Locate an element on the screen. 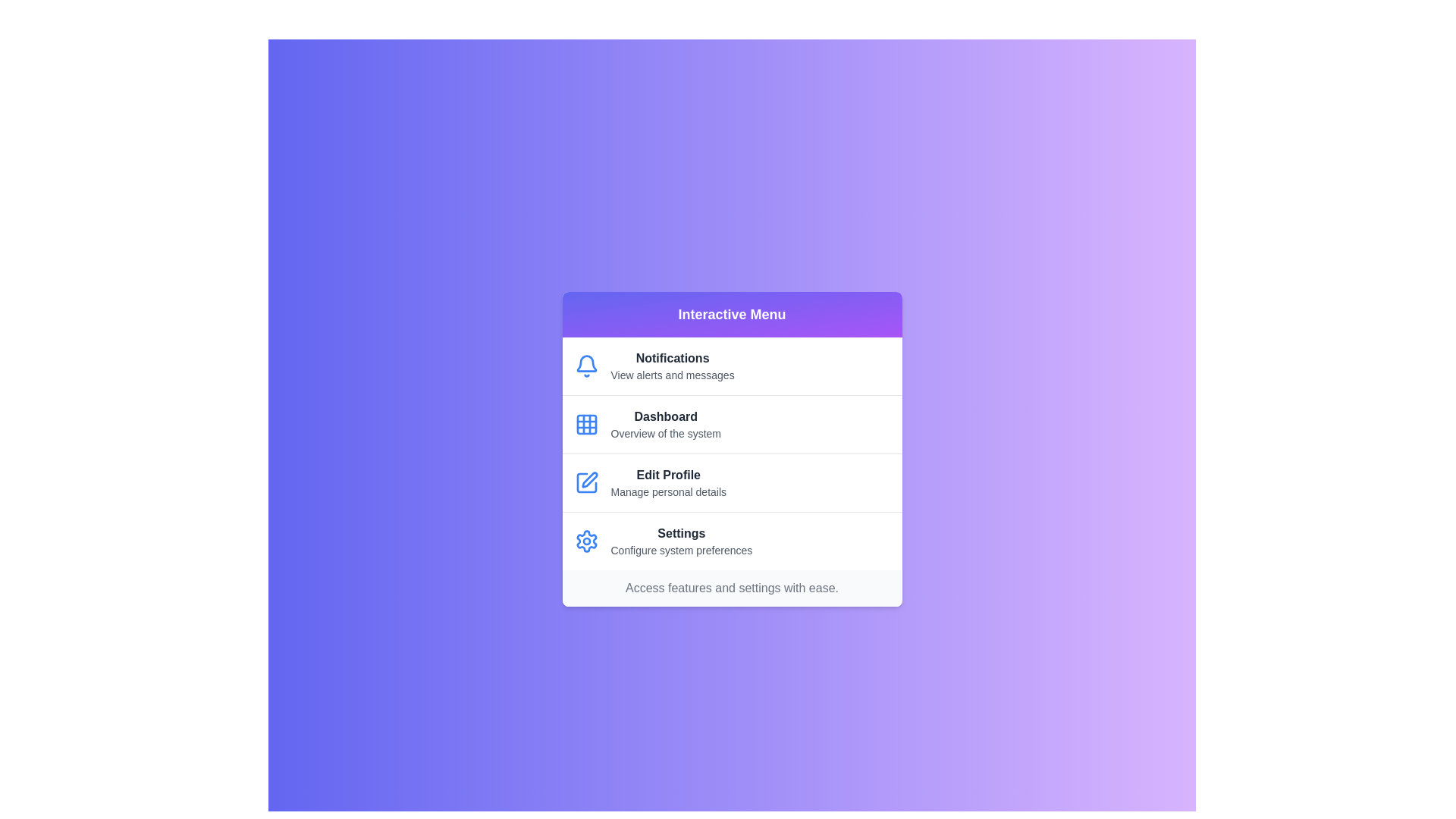  the menu item corresponding to Edit Profile is located at coordinates (732, 482).